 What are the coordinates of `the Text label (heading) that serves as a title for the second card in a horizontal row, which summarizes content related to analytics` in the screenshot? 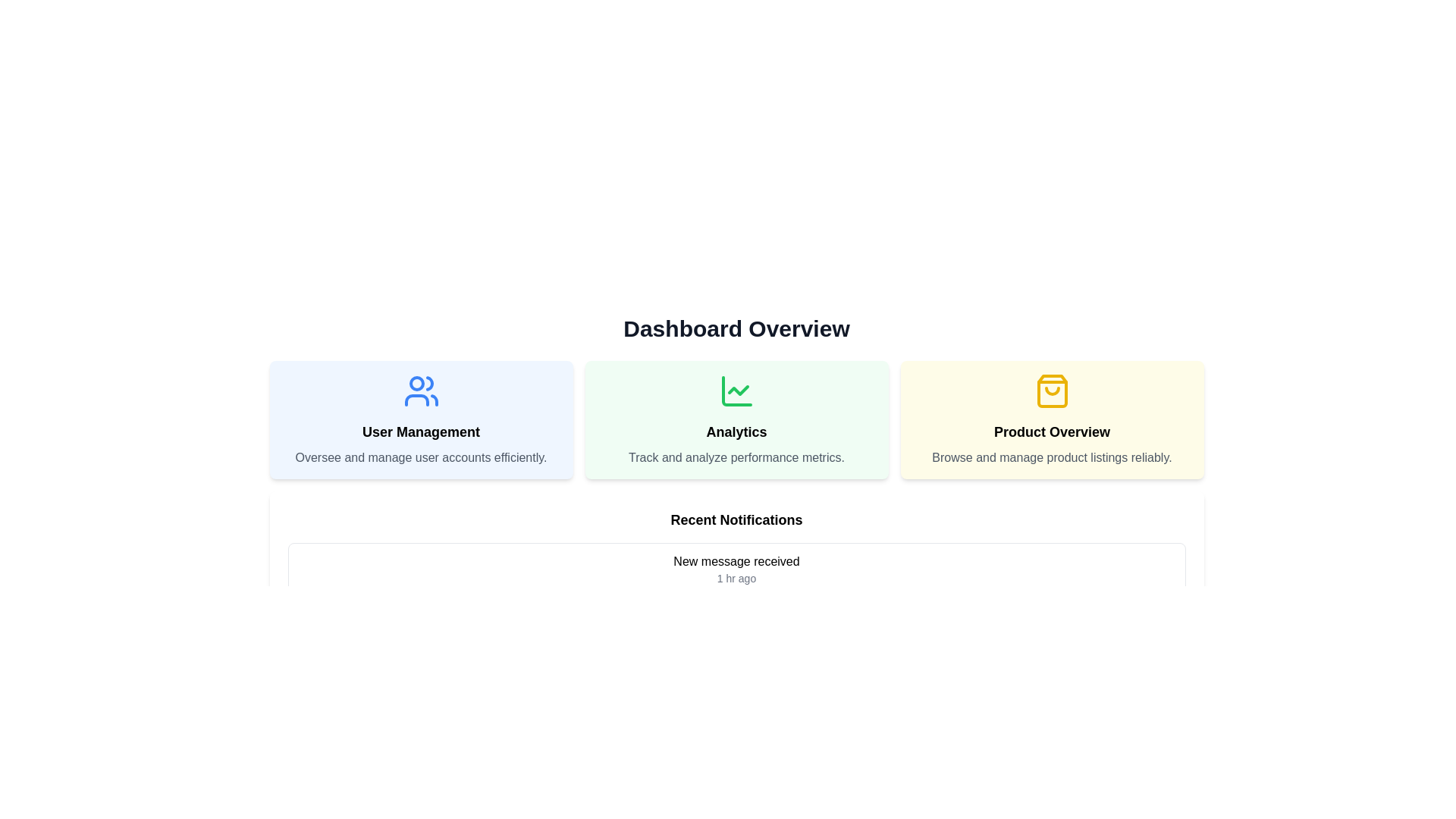 It's located at (736, 432).